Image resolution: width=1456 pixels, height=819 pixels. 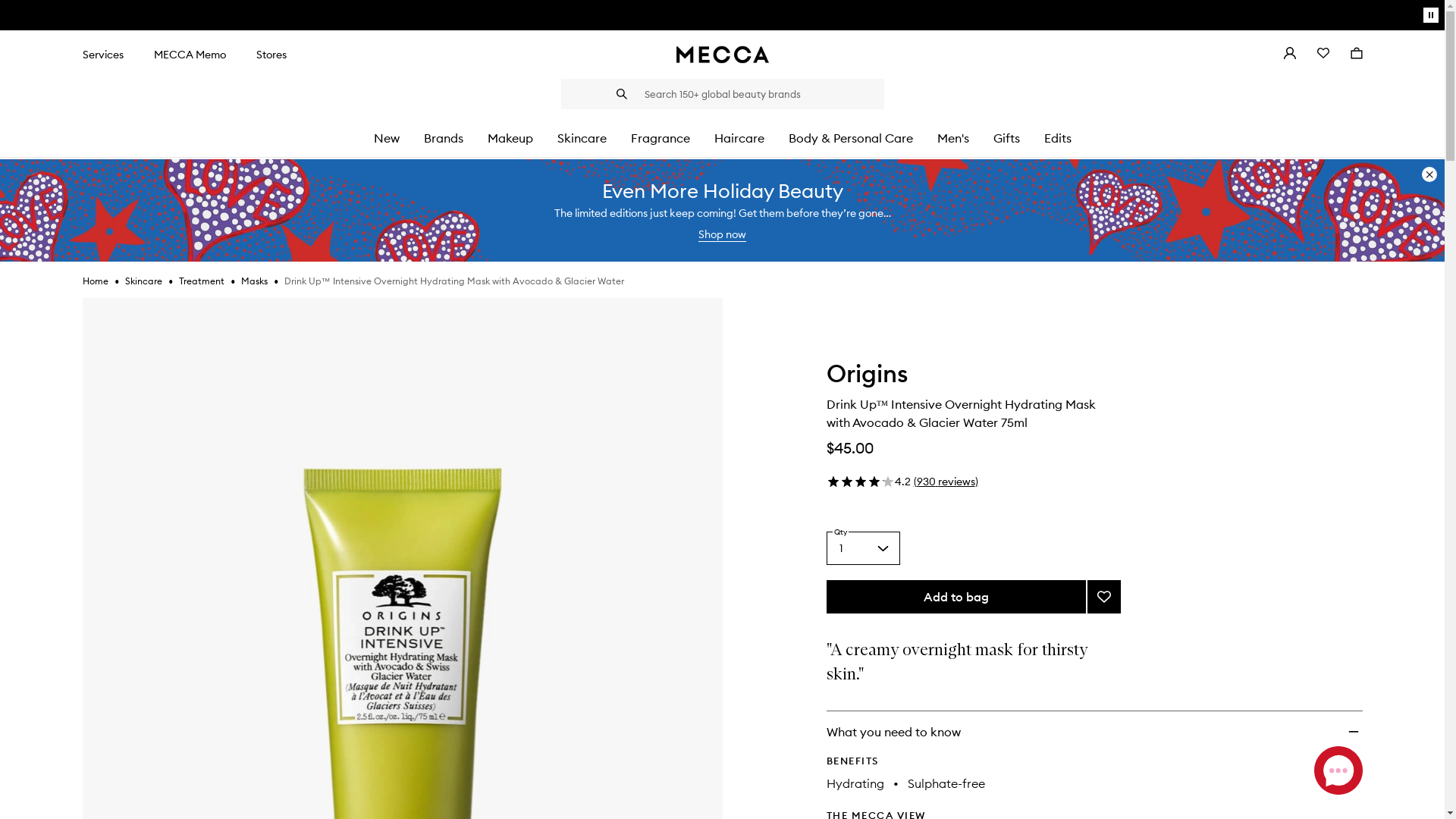 What do you see at coordinates (1288, 54) in the screenshot?
I see `'Account'` at bounding box center [1288, 54].